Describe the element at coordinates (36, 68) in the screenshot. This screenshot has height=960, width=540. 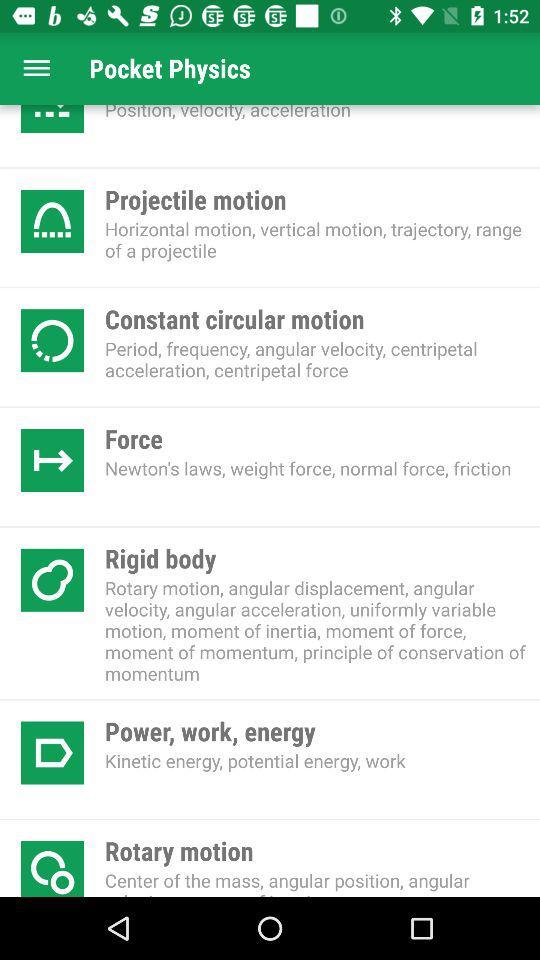
I see `main menu` at that location.